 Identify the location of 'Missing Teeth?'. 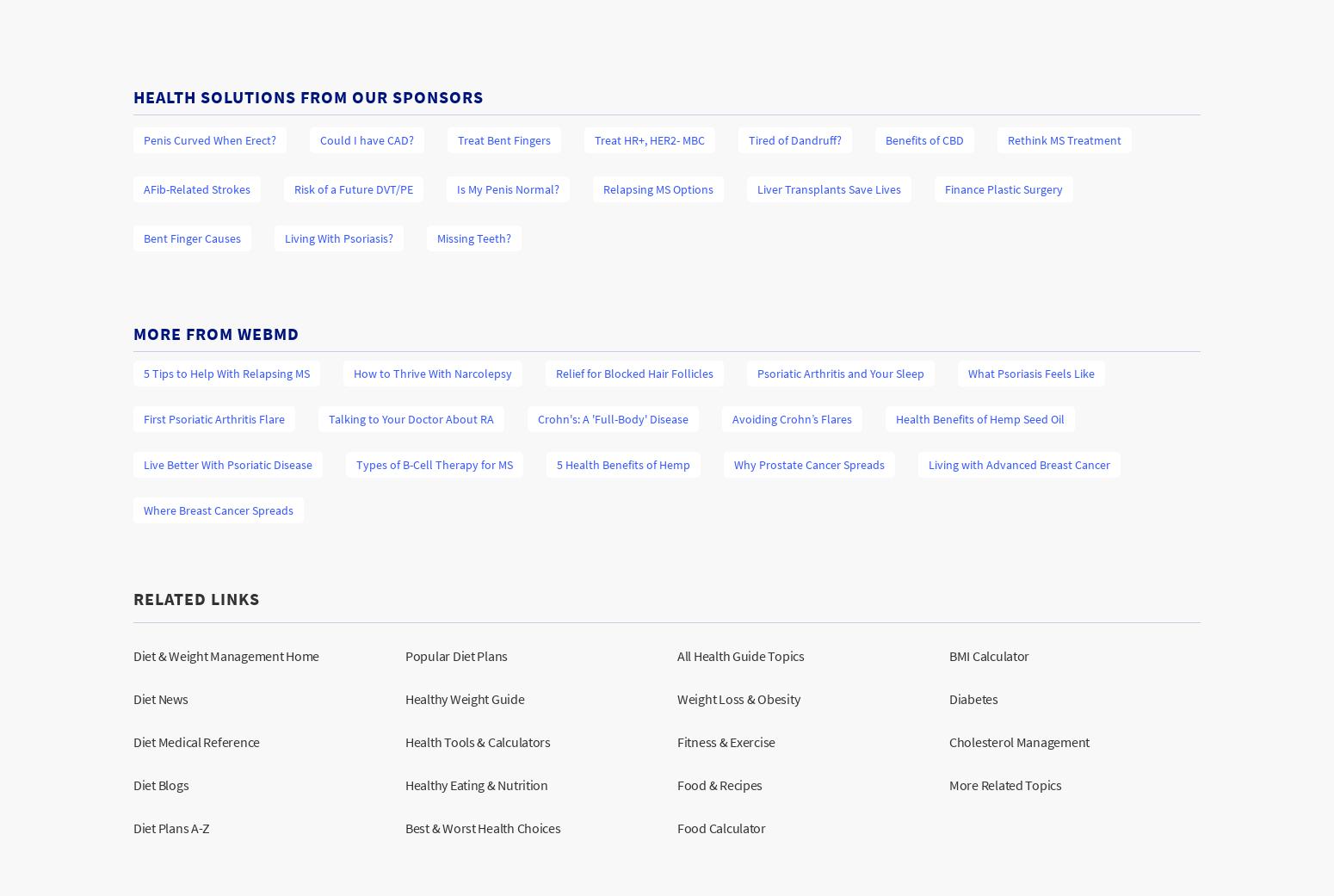
(474, 236).